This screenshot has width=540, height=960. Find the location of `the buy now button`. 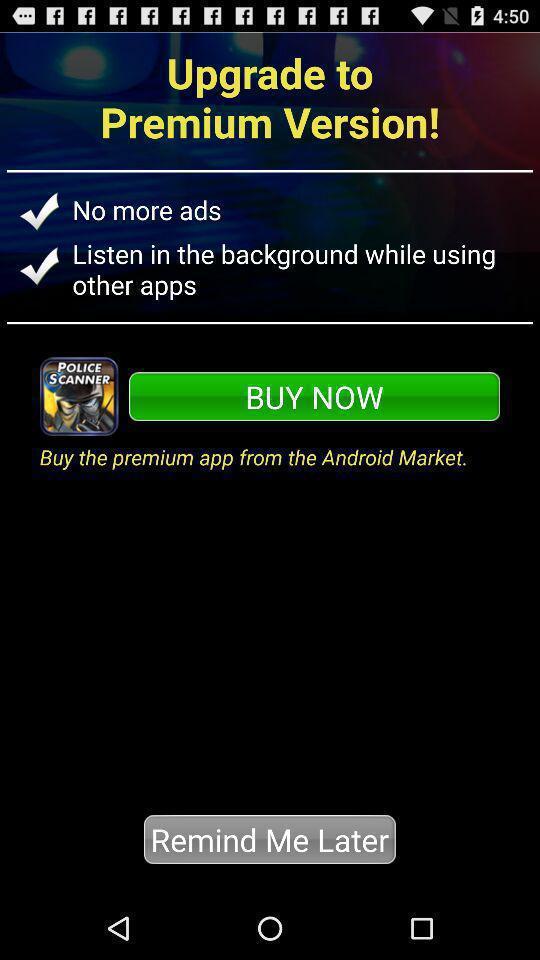

the buy now button is located at coordinates (314, 395).